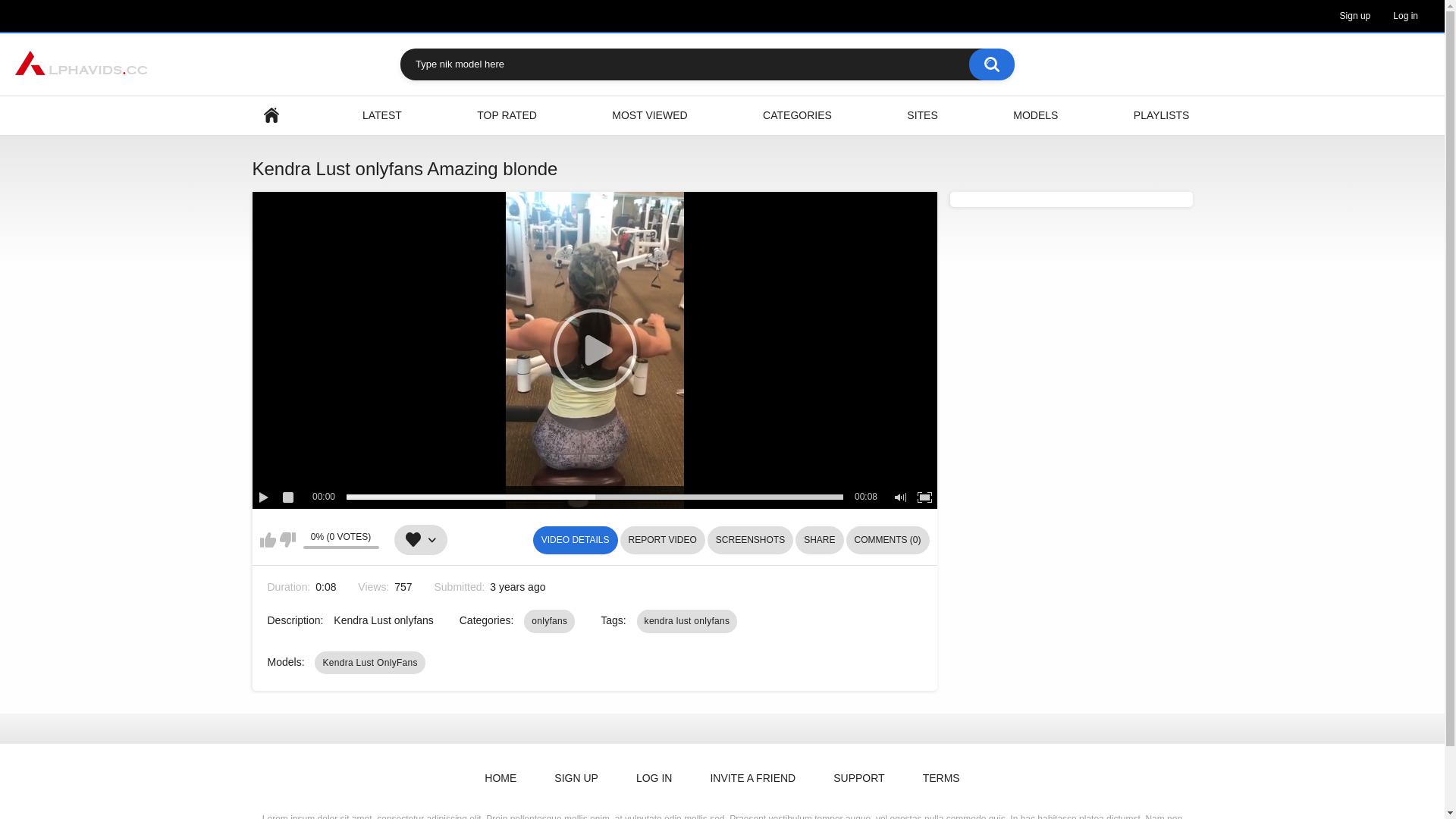 This screenshot has width=1456, height=819. Describe the element at coordinates (752, 778) in the screenshot. I see `'INVITE A FRIEND'` at that location.